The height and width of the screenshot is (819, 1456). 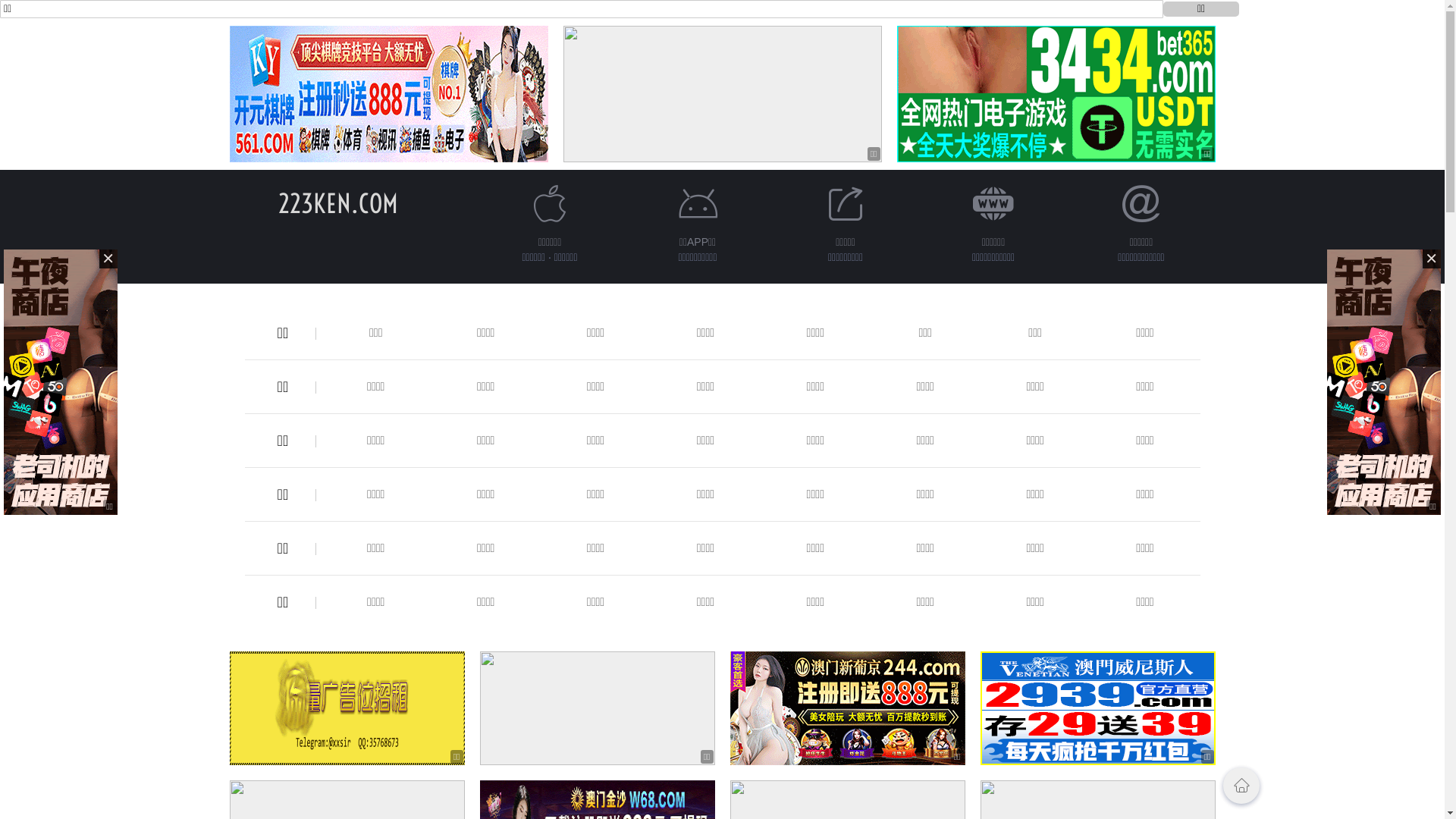 I want to click on '223KEN.COM', so click(x=337, y=202).